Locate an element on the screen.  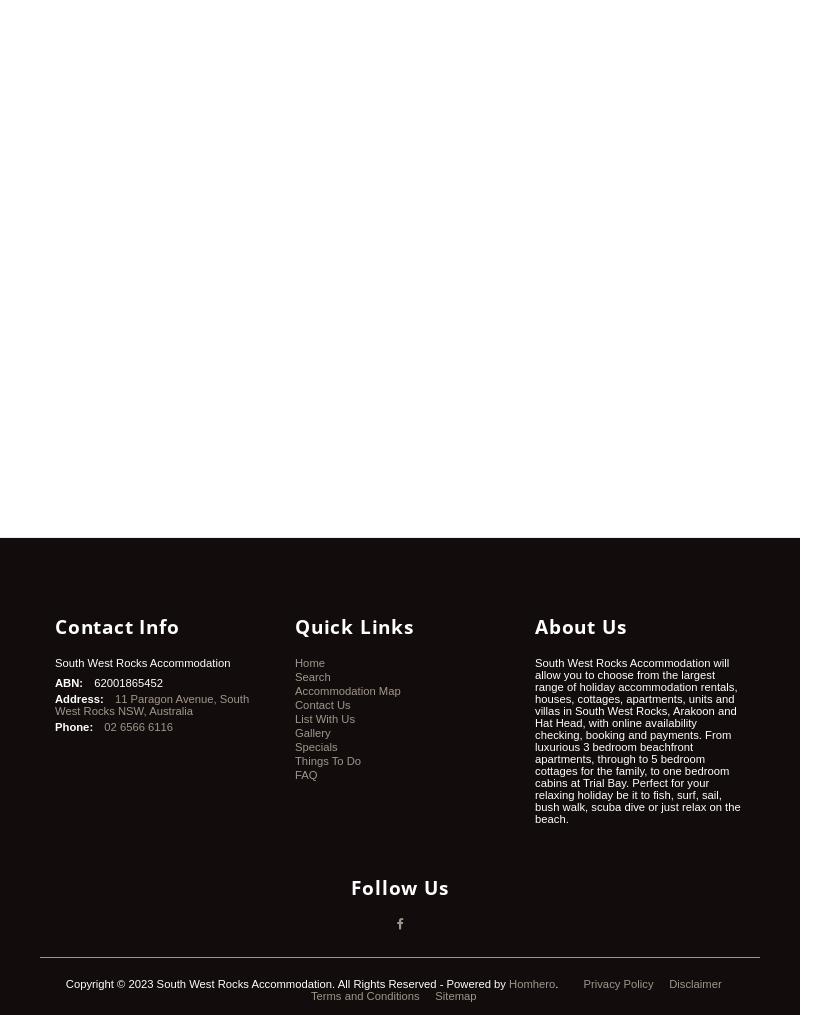
'Copyright © 2023 South West Rocks Accommodation. All Rights Reserved - Powered by' is located at coordinates (285, 984).